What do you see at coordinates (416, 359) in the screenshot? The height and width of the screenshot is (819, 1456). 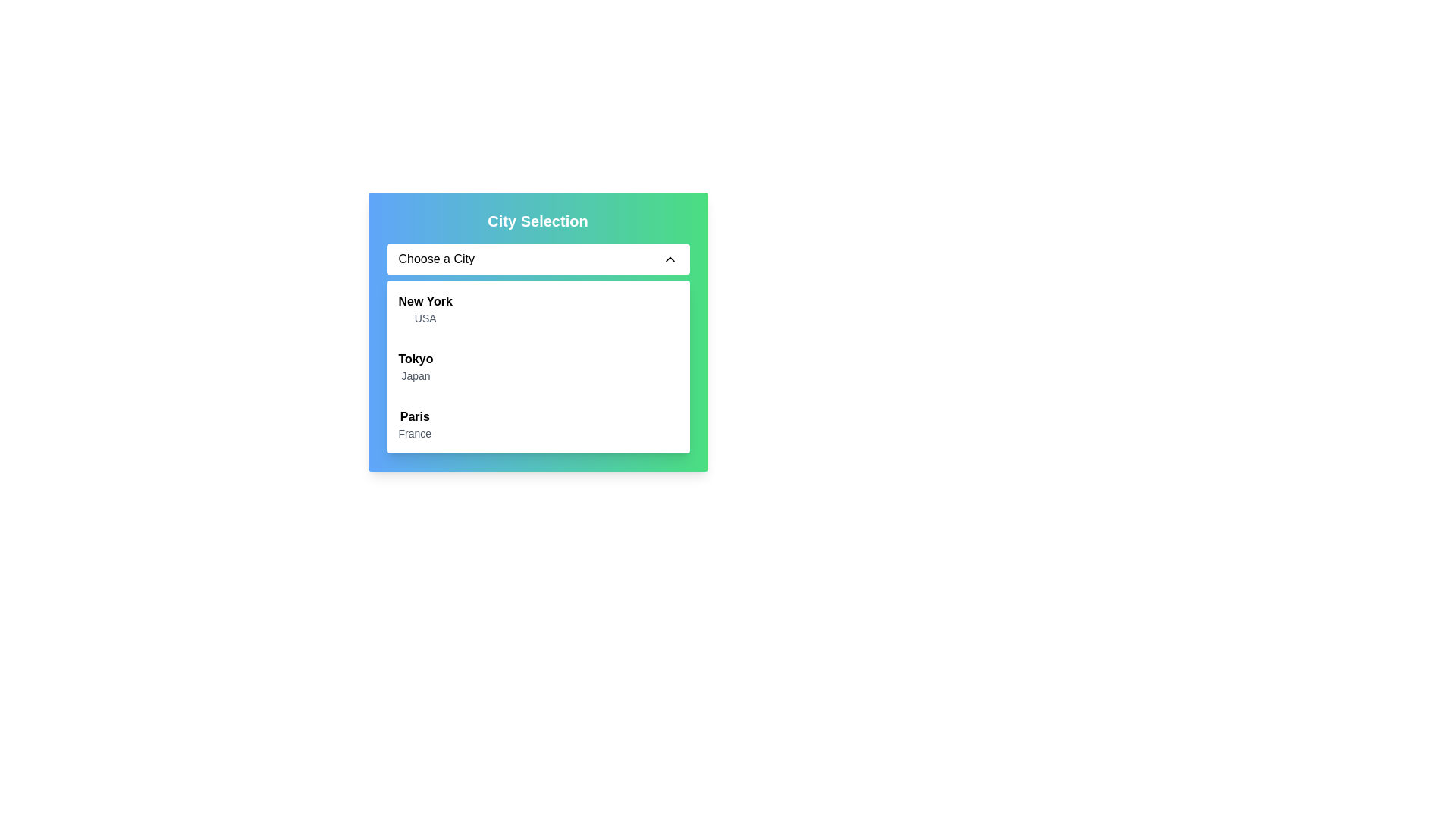 I see `text displayed in the bold font style 'Tokyo' from the city selection dropdown list, which is positioned above 'Japan' and below 'New York' and 'USA'` at bounding box center [416, 359].